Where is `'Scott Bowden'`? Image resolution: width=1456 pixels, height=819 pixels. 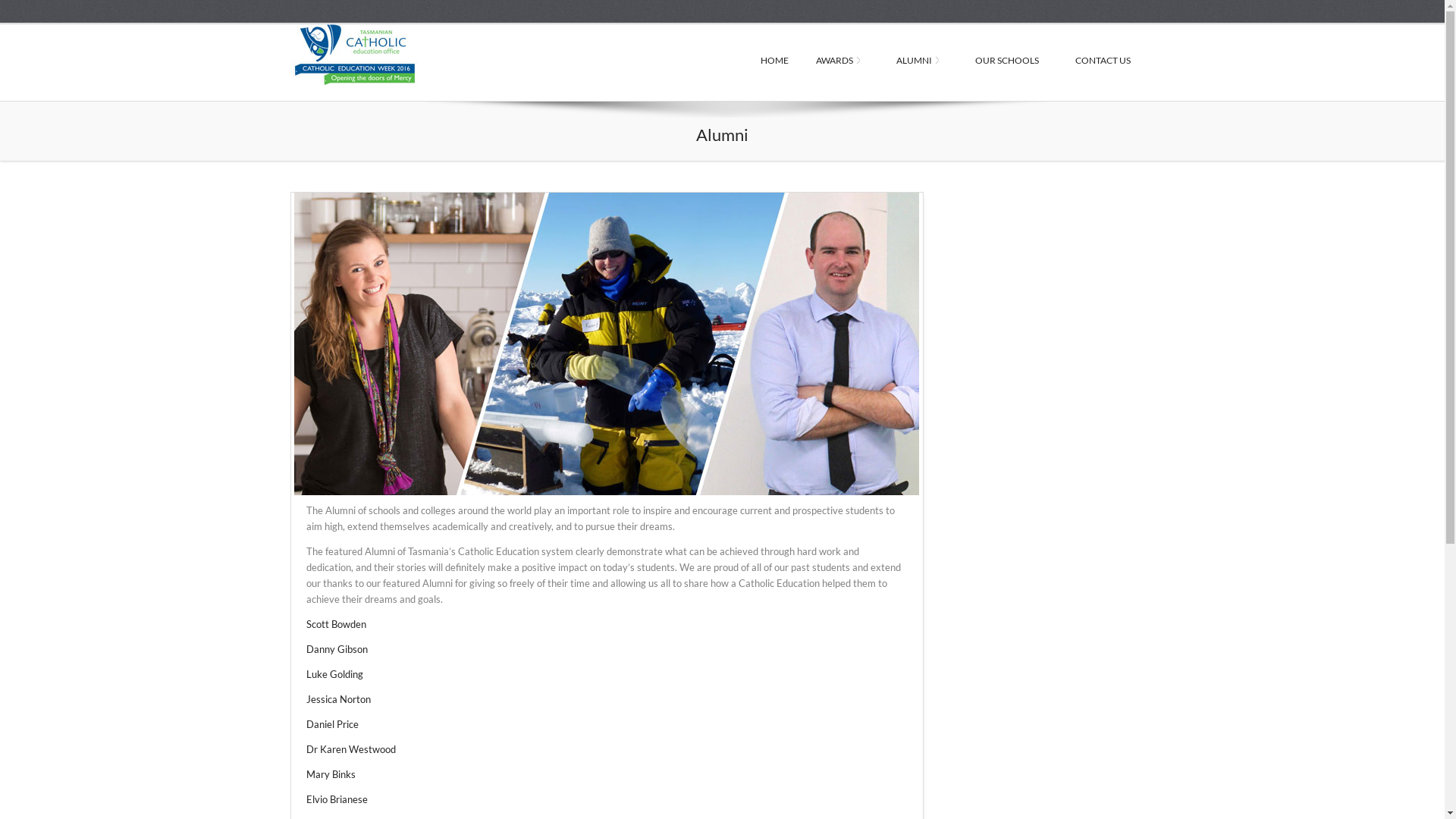 'Scott Bowden' is located at coordinates (335, 623).